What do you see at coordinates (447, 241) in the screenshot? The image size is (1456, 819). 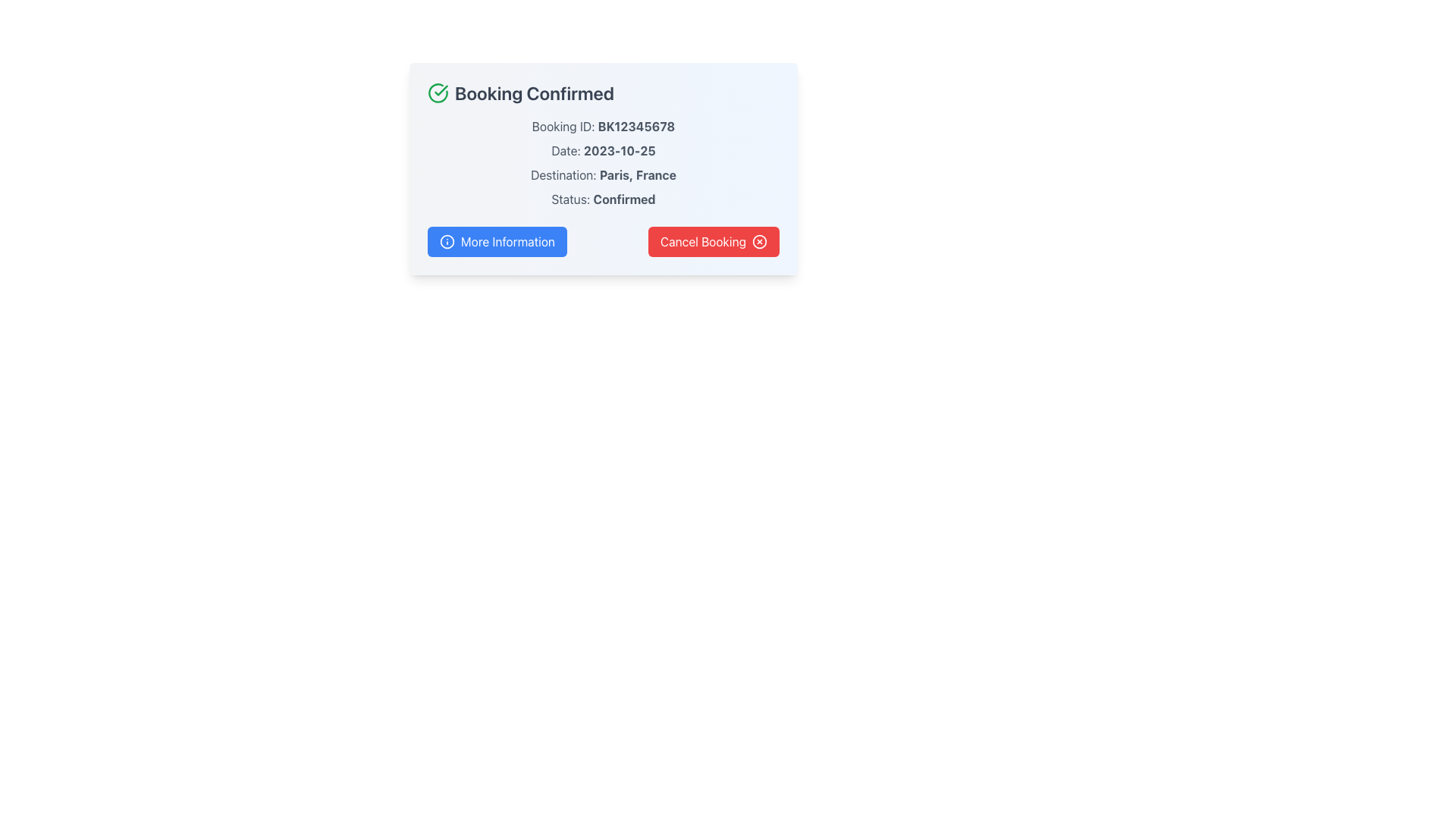 I see `the small circle within the alert or information icon, which is located to the left of the 'More Information' button in the confirmation message section` at bounding box center [447, 241].